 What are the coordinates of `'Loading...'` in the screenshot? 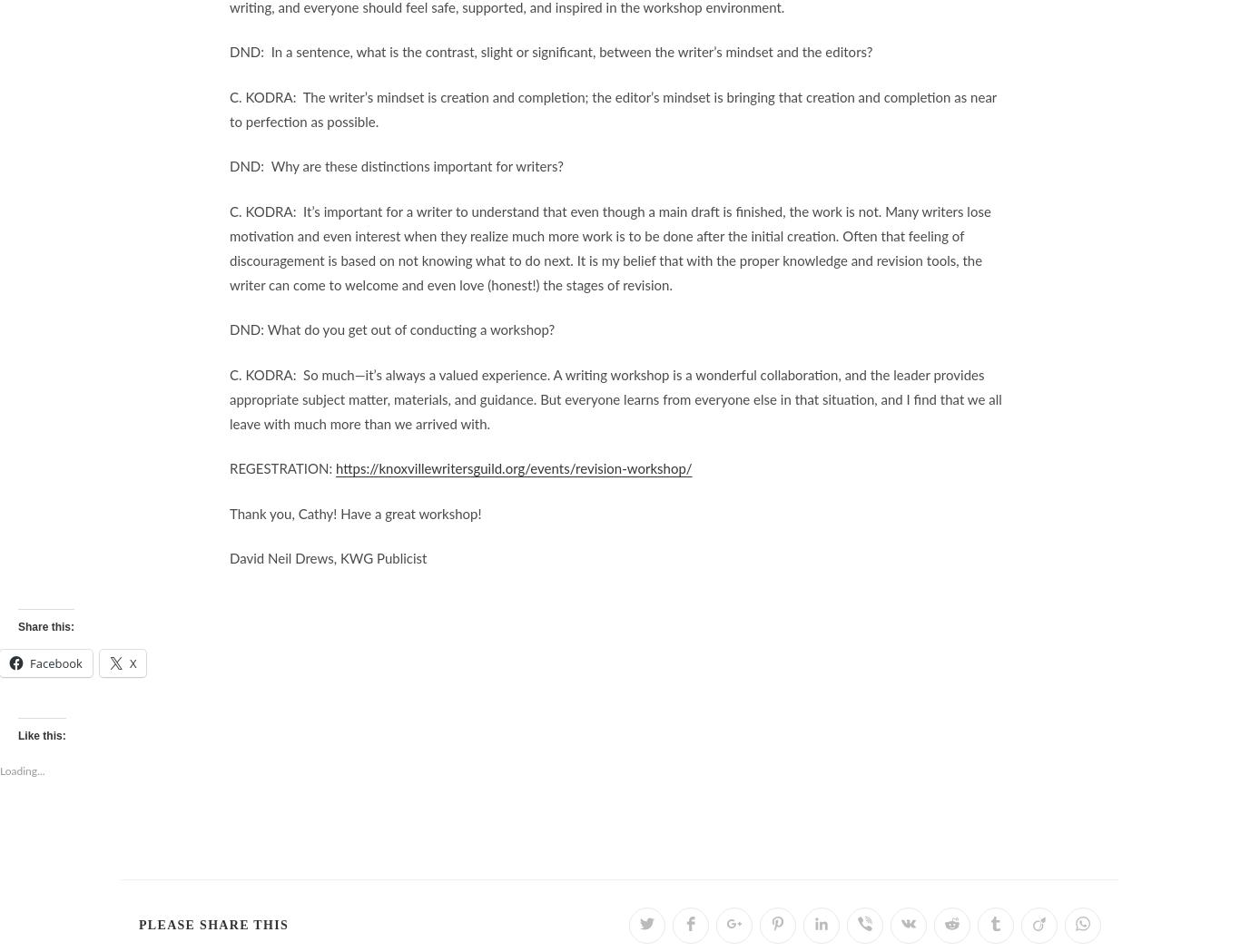 It's located at (22, 771).